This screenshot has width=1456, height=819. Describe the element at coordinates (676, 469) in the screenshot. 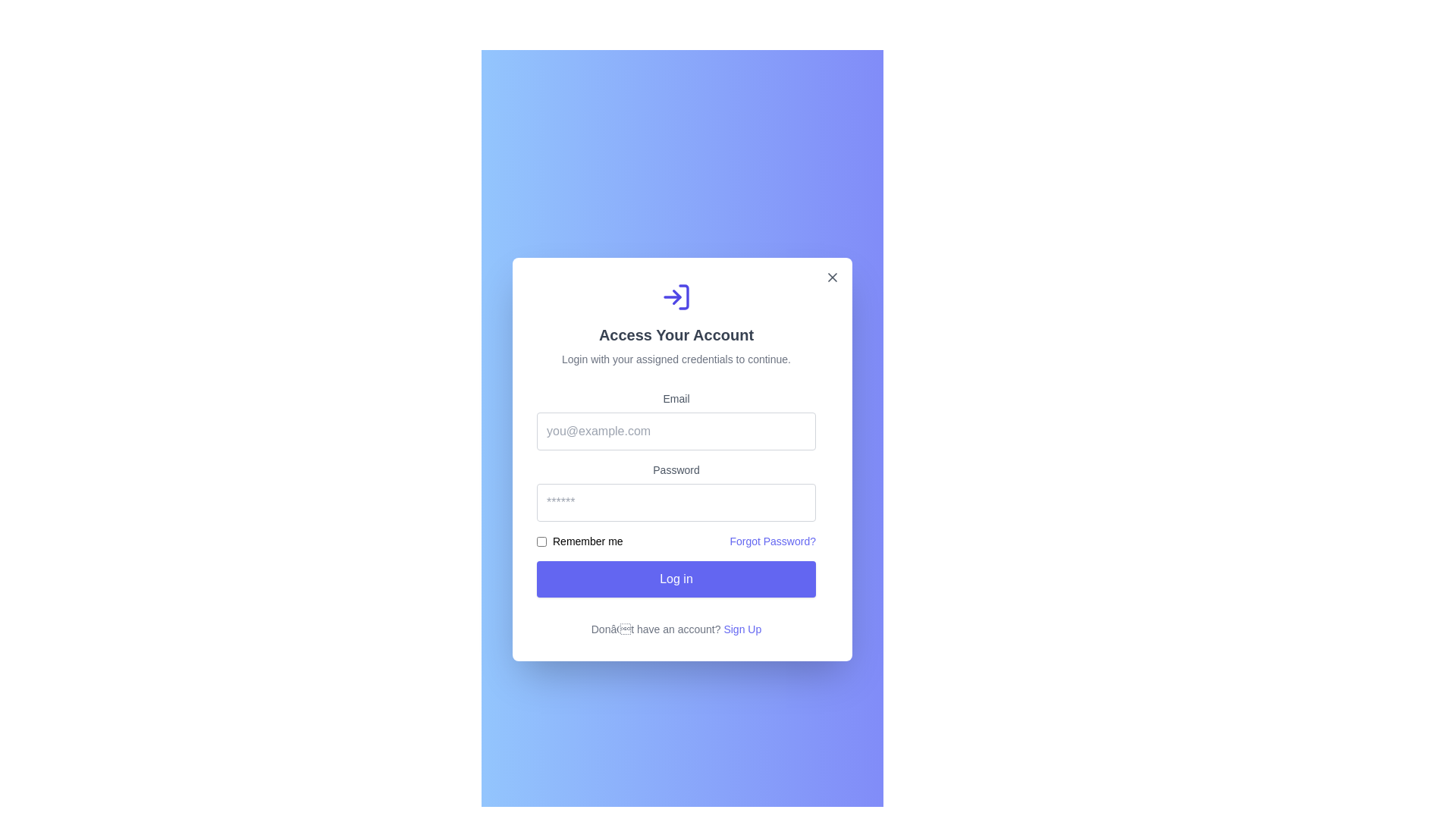

I see `the label element that provides context for the password input field, which is positioned slightly below the center of the login form and above the password input field` at that location.